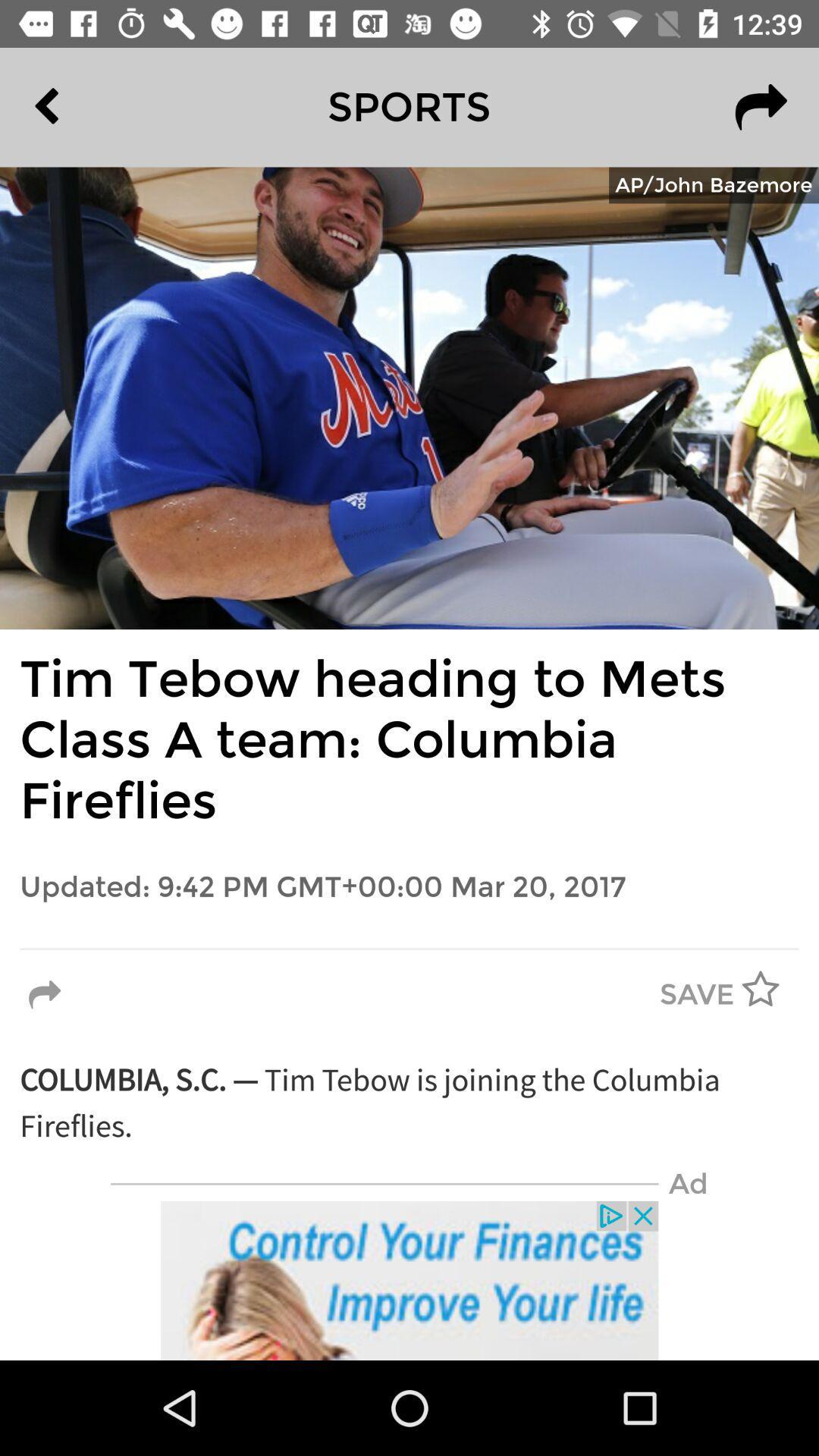  What do you see at coordinates (761, 106) in the screenshot?
I see `top right` at bounding box center [761, 106].